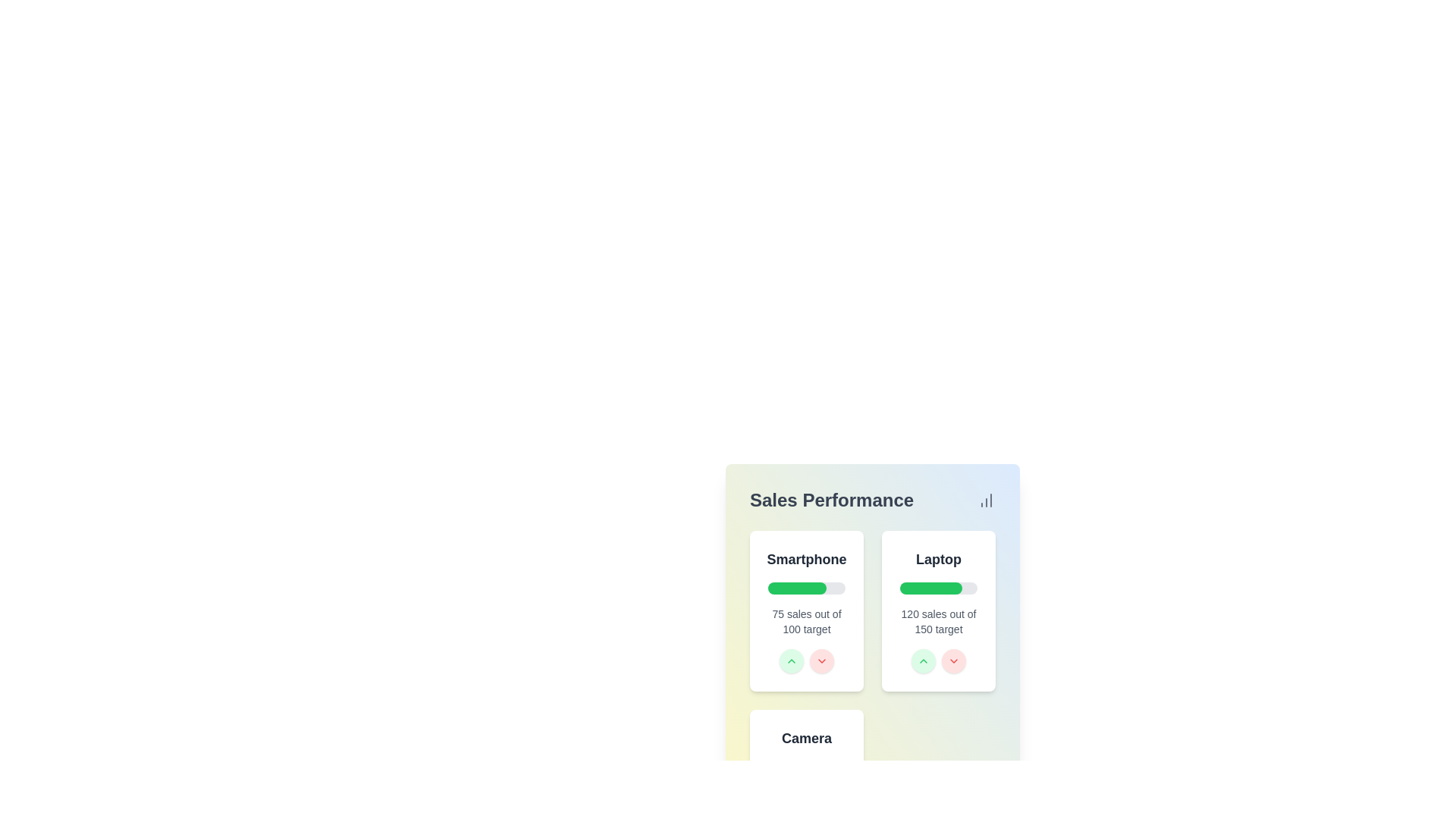  I want to click on the upward adjustment icon within the button in the 'Sales Performance' section related to 'Laptop' sales metrics, so click(923, 660).